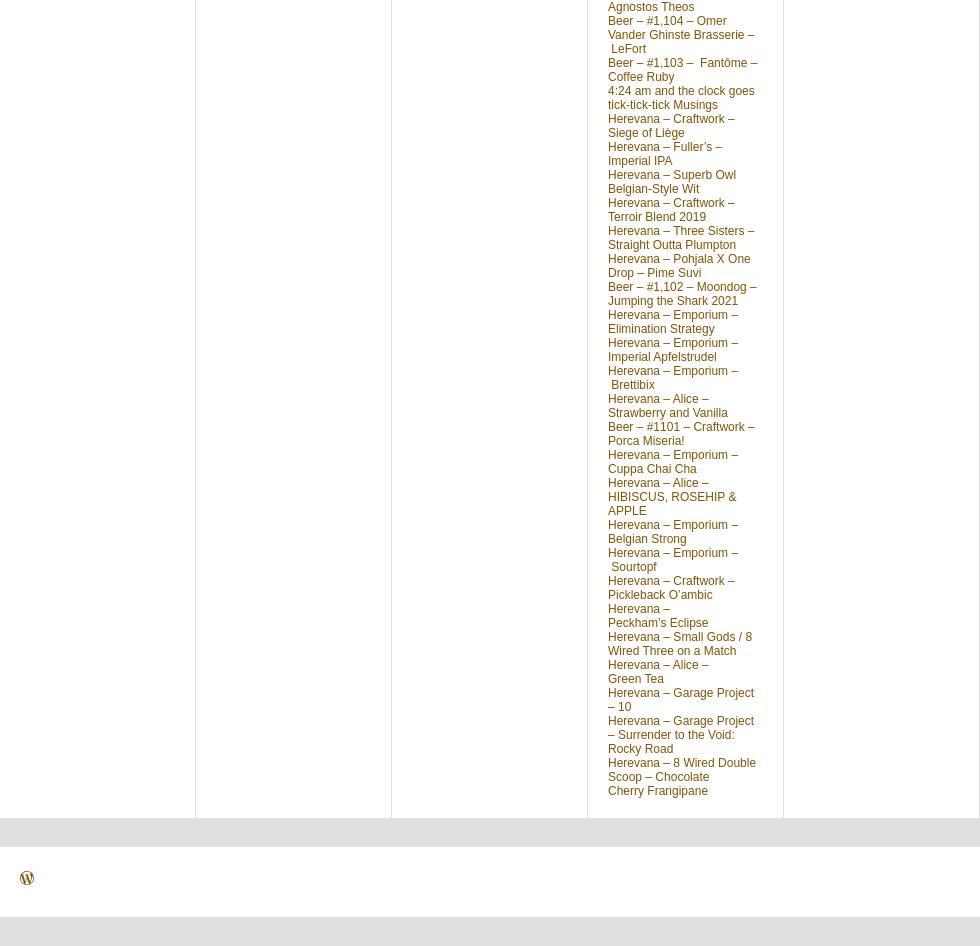 Image resolution: width=980 pixels, height=946 pixels. I want to click on 'Herevana – Emporium – Brettibix', so click(672, 378).